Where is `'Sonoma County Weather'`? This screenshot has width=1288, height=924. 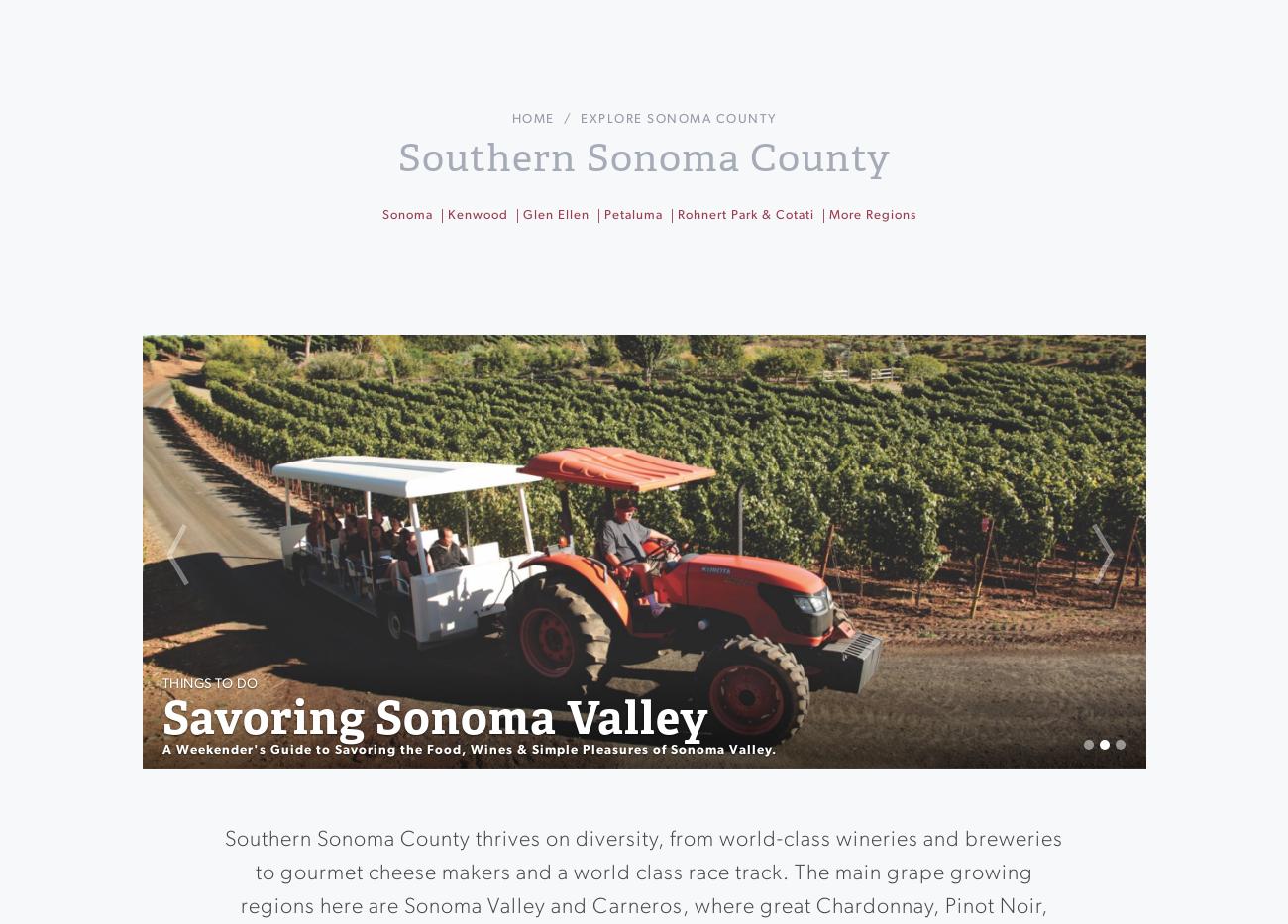
'Sonoma County Weather' is located at coordinates (687, 383).